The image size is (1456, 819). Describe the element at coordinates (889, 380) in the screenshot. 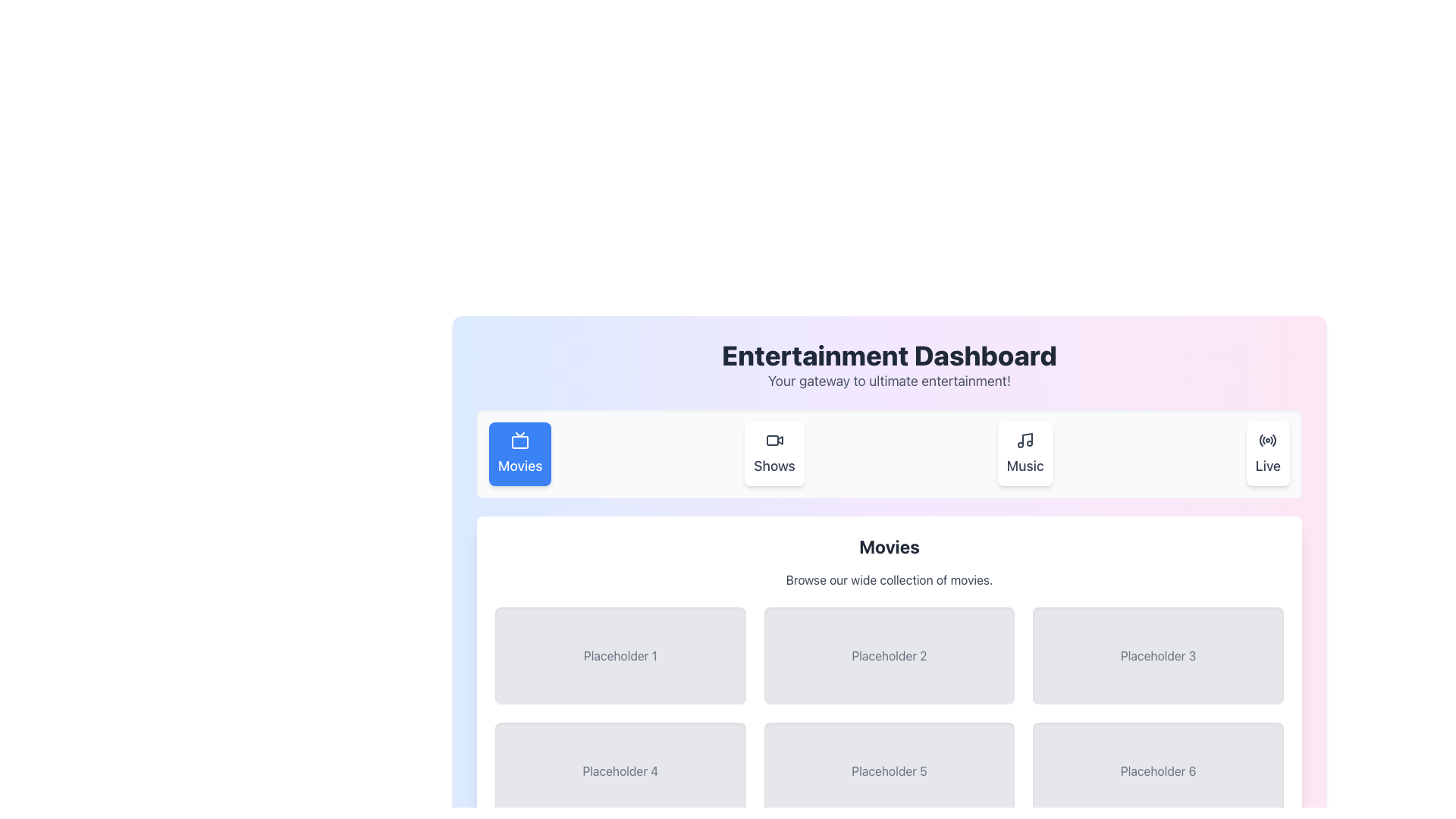

I see `the static text element that provides descriptive information for the 'Entertainment Dashboard' title, located directly below it and horizontally centered` at that location.